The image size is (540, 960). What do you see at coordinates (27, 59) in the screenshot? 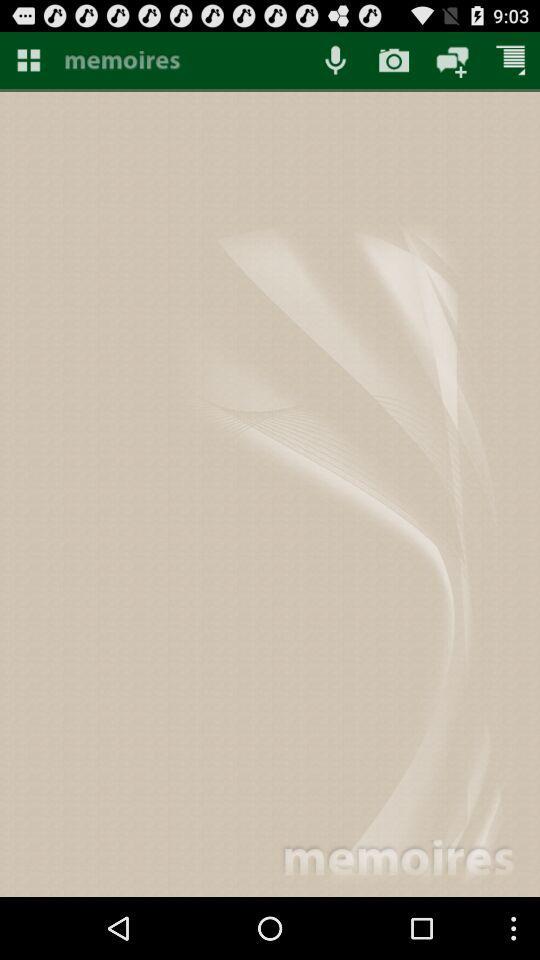
I see `albums` at bounding box center [27, 59].